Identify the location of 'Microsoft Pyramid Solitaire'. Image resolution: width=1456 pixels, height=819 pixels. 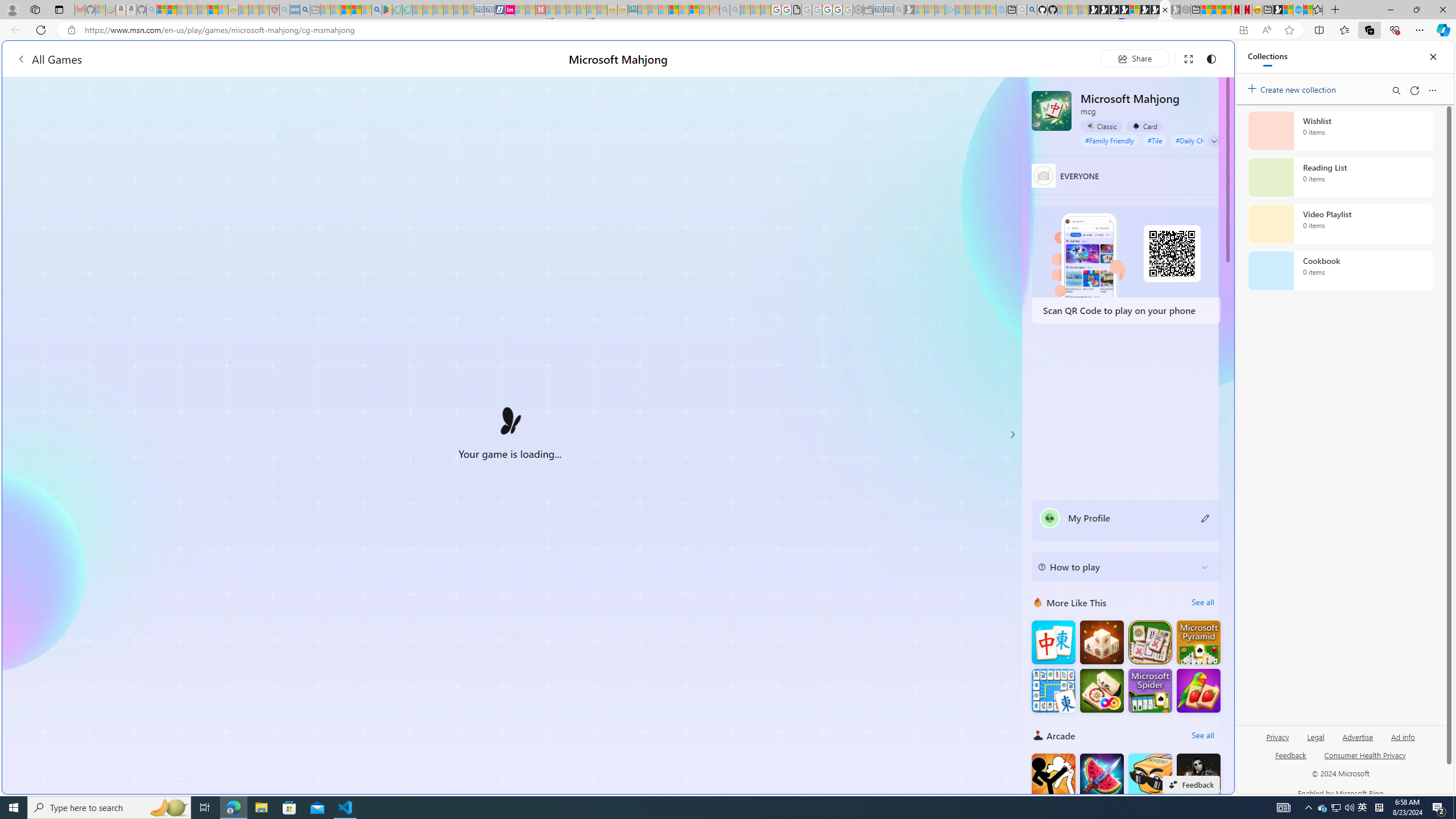
(1198, 642).